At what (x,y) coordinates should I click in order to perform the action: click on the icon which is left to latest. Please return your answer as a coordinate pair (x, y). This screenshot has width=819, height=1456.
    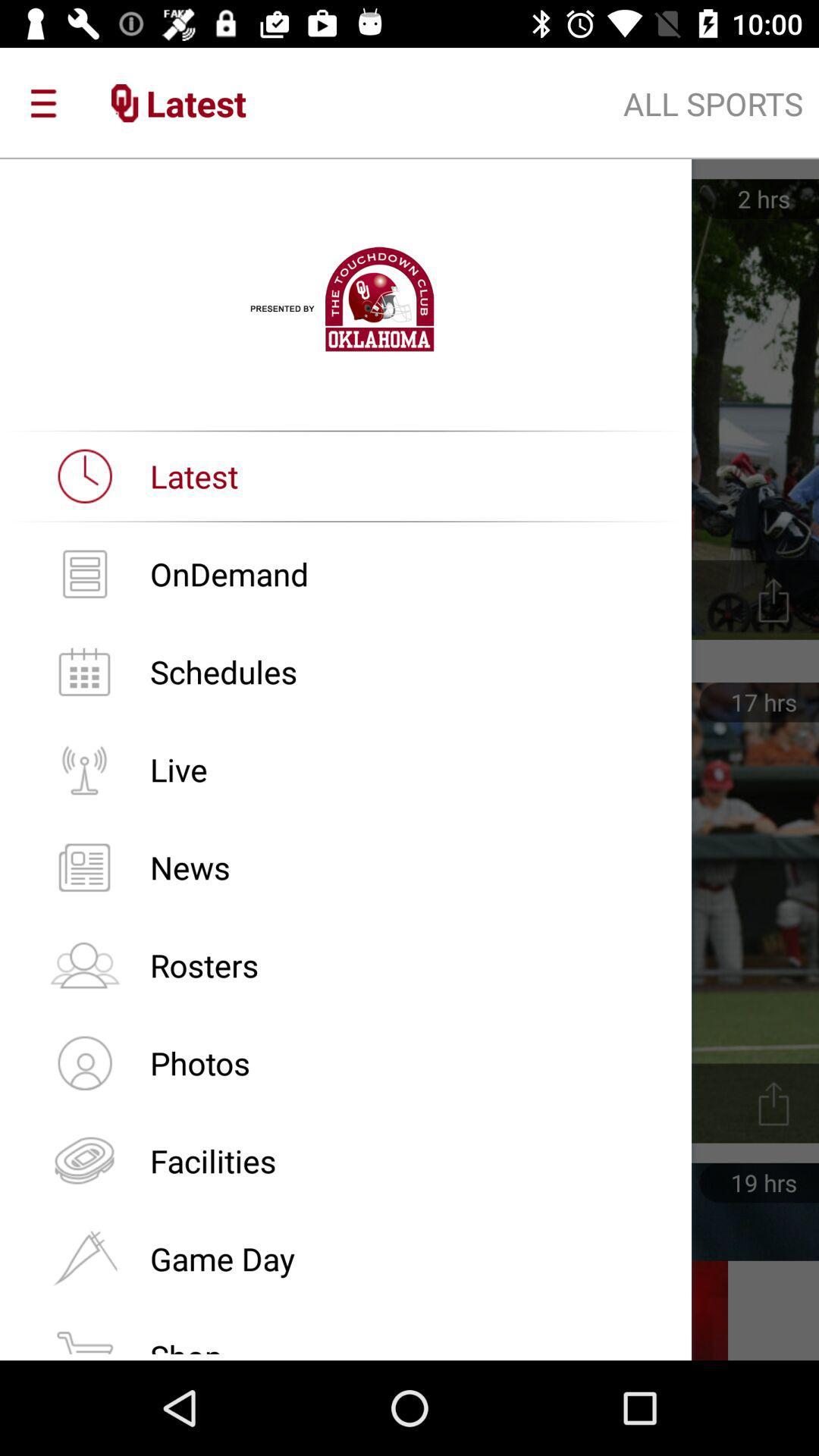
    Looking at the image, I should click on (84, 475).